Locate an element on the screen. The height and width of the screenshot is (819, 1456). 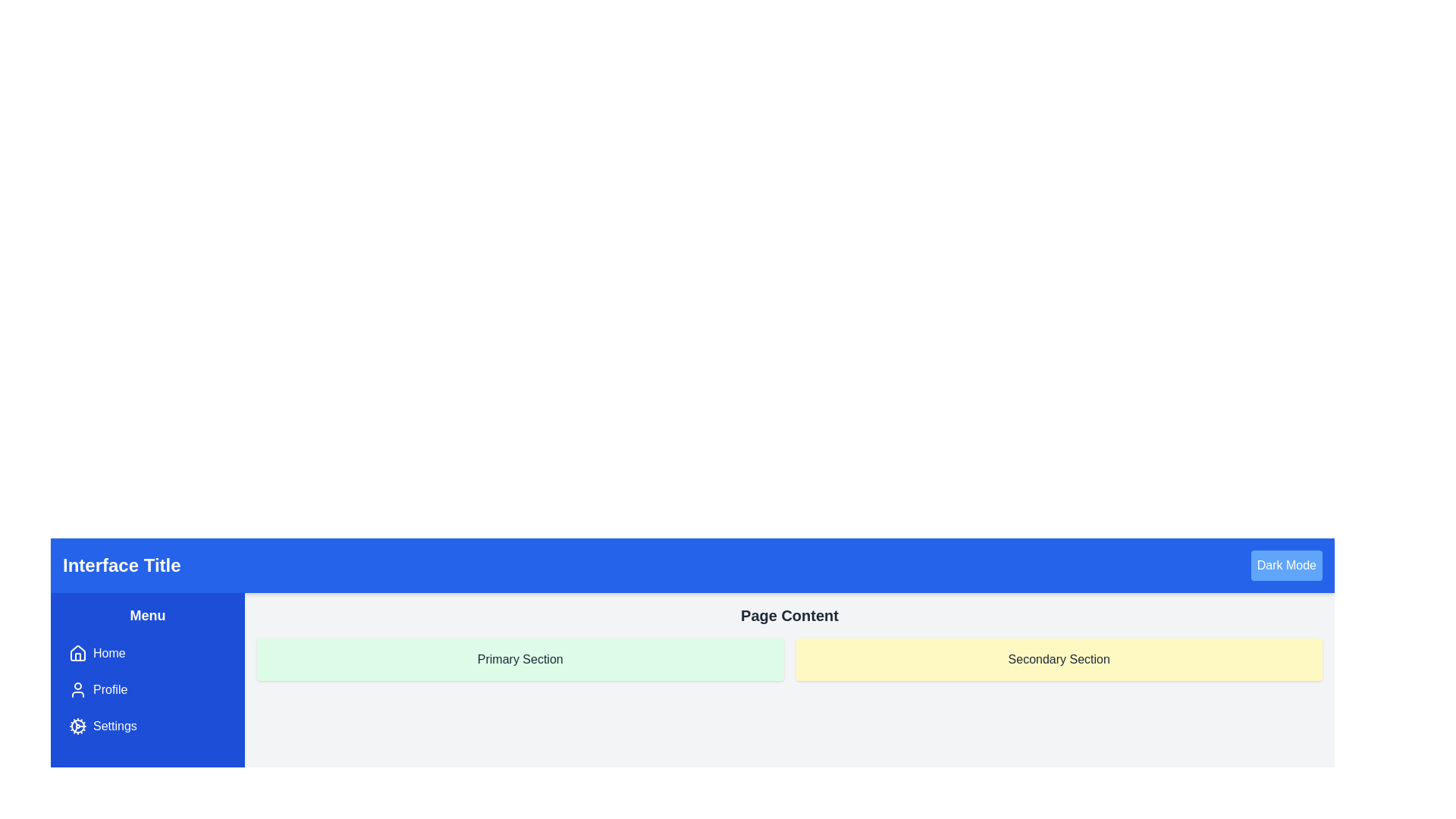
the Text Label (Header) that reads 'Page Content', which is centrally aligned above the 'Primary Section' and 'Secondary Section' is located at coordinates (789, 616).